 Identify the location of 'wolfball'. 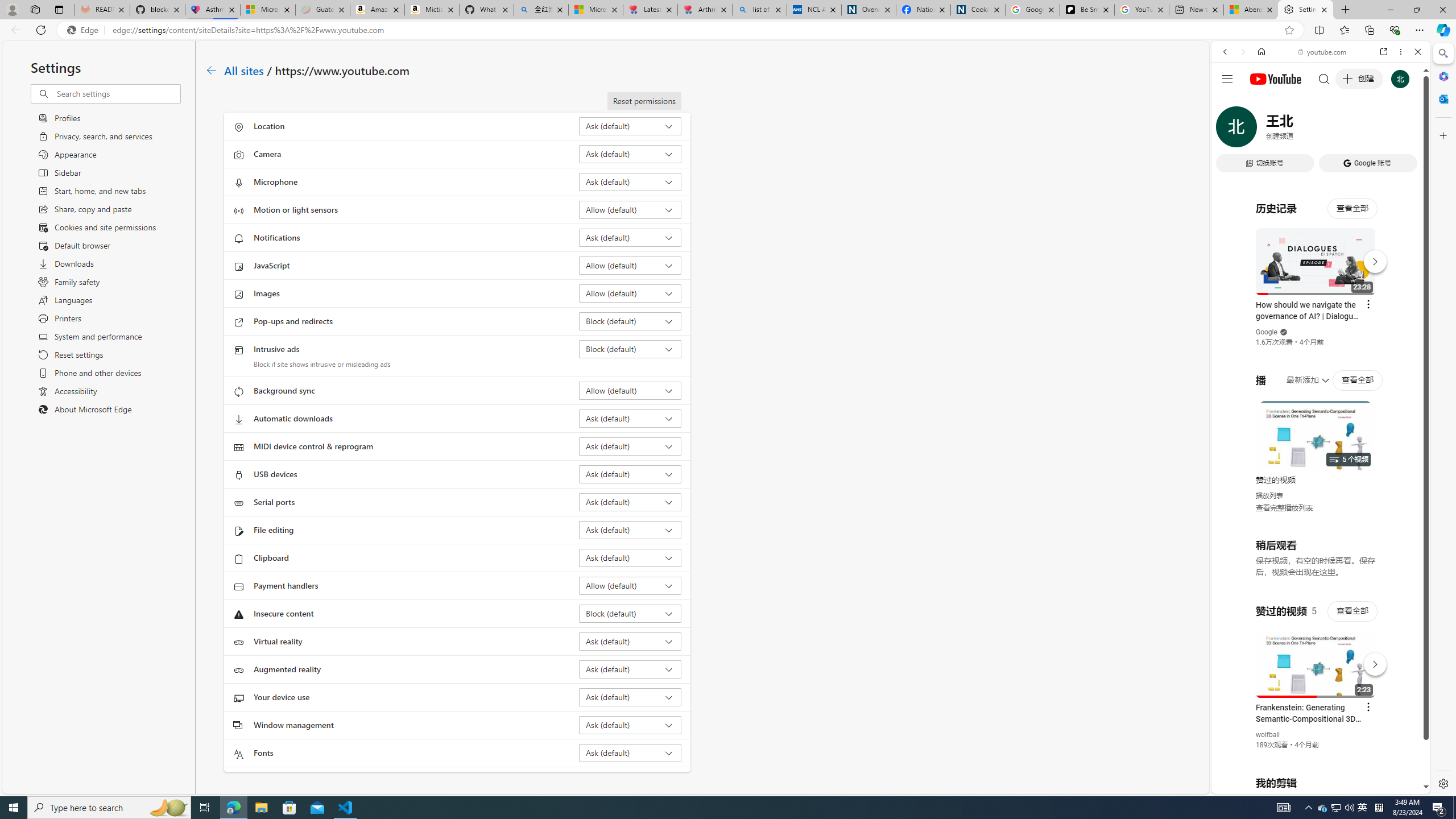
(1268, 734).